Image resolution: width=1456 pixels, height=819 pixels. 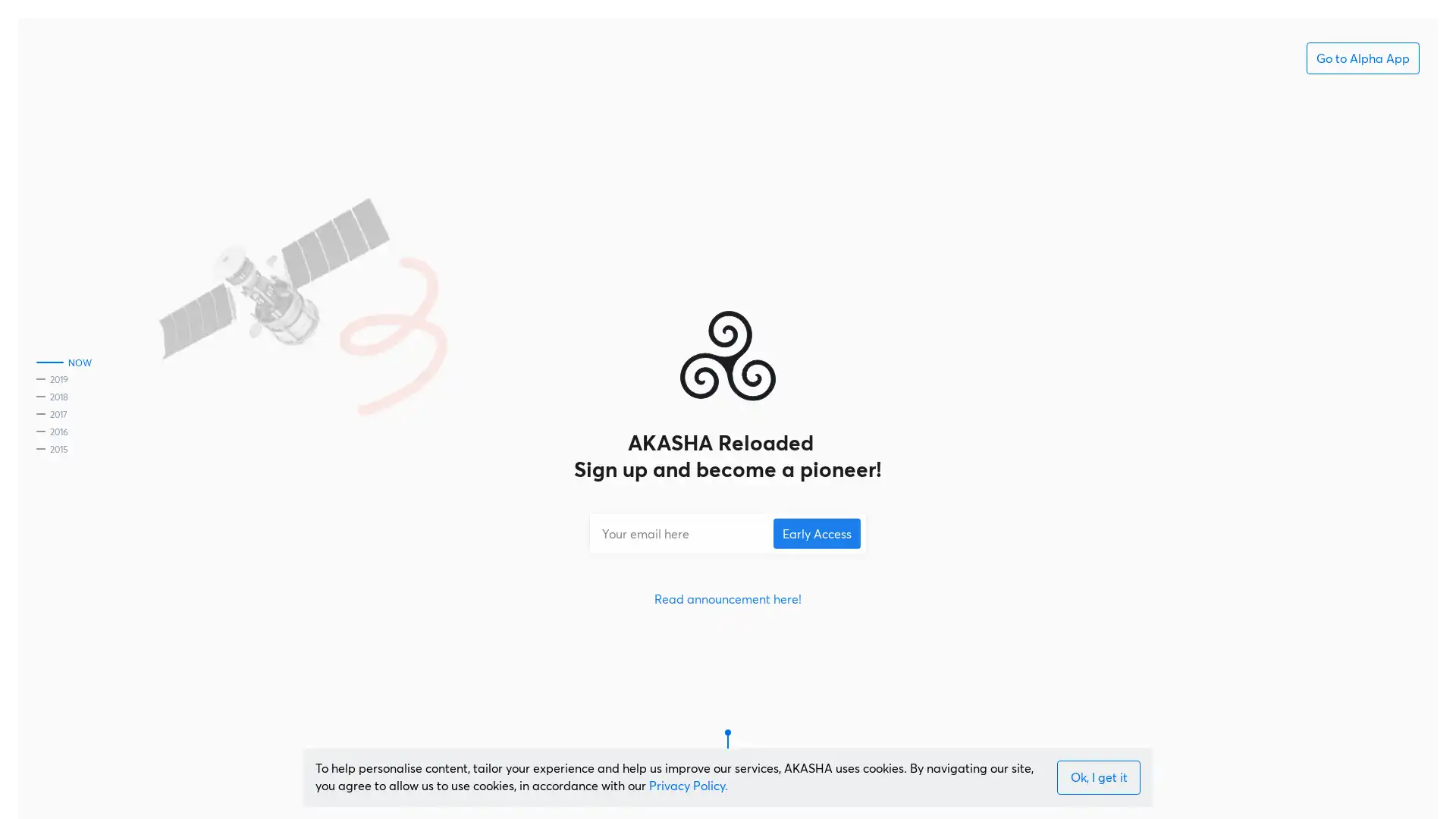 I want to click on 2019, so click(x=52, y=380).